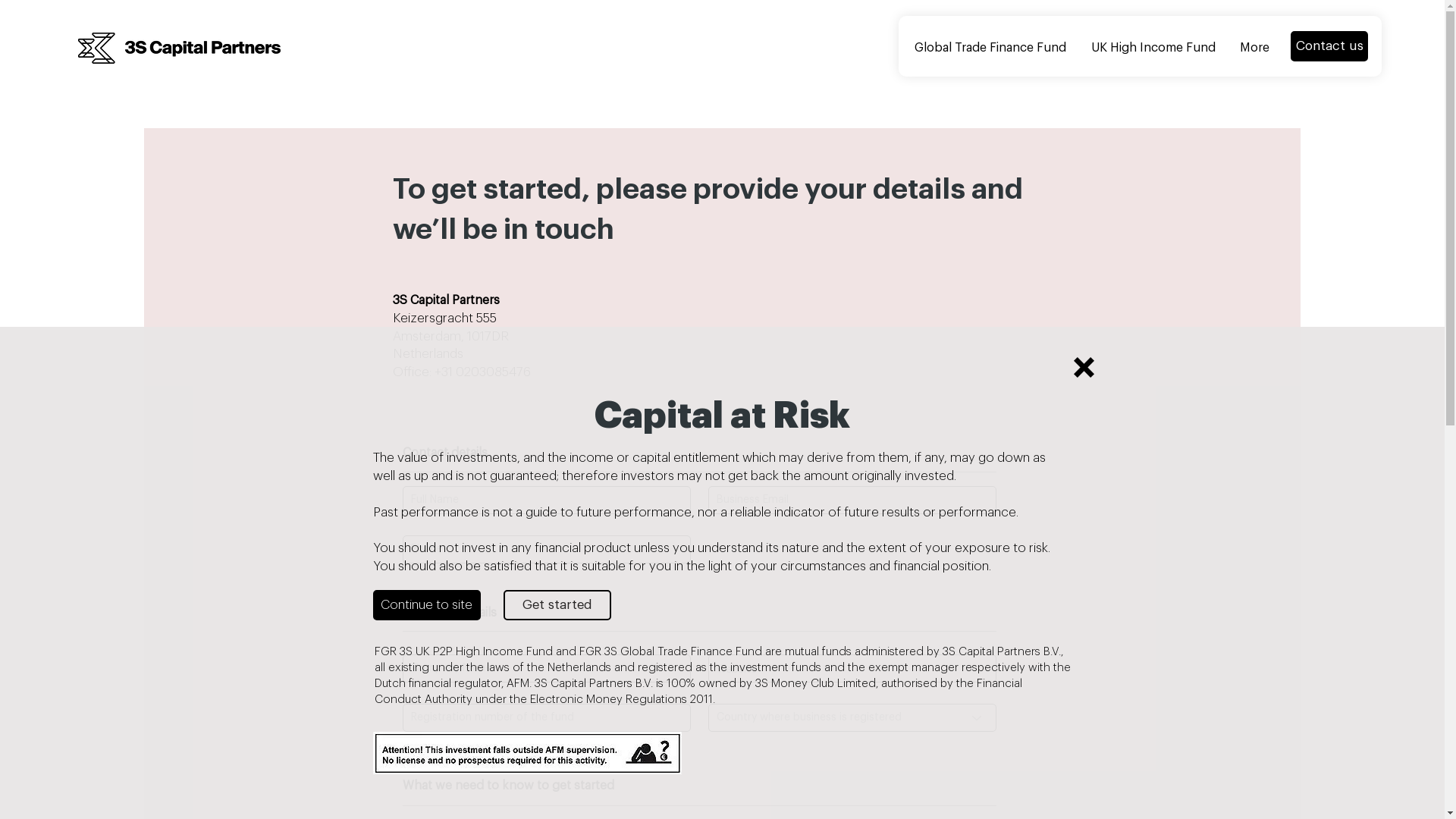 This screenshot has width=1456, height=819. Describe the element at coordinates (1153, 47) in the screenshot. I see `'UK High Income Fund'` at that location.